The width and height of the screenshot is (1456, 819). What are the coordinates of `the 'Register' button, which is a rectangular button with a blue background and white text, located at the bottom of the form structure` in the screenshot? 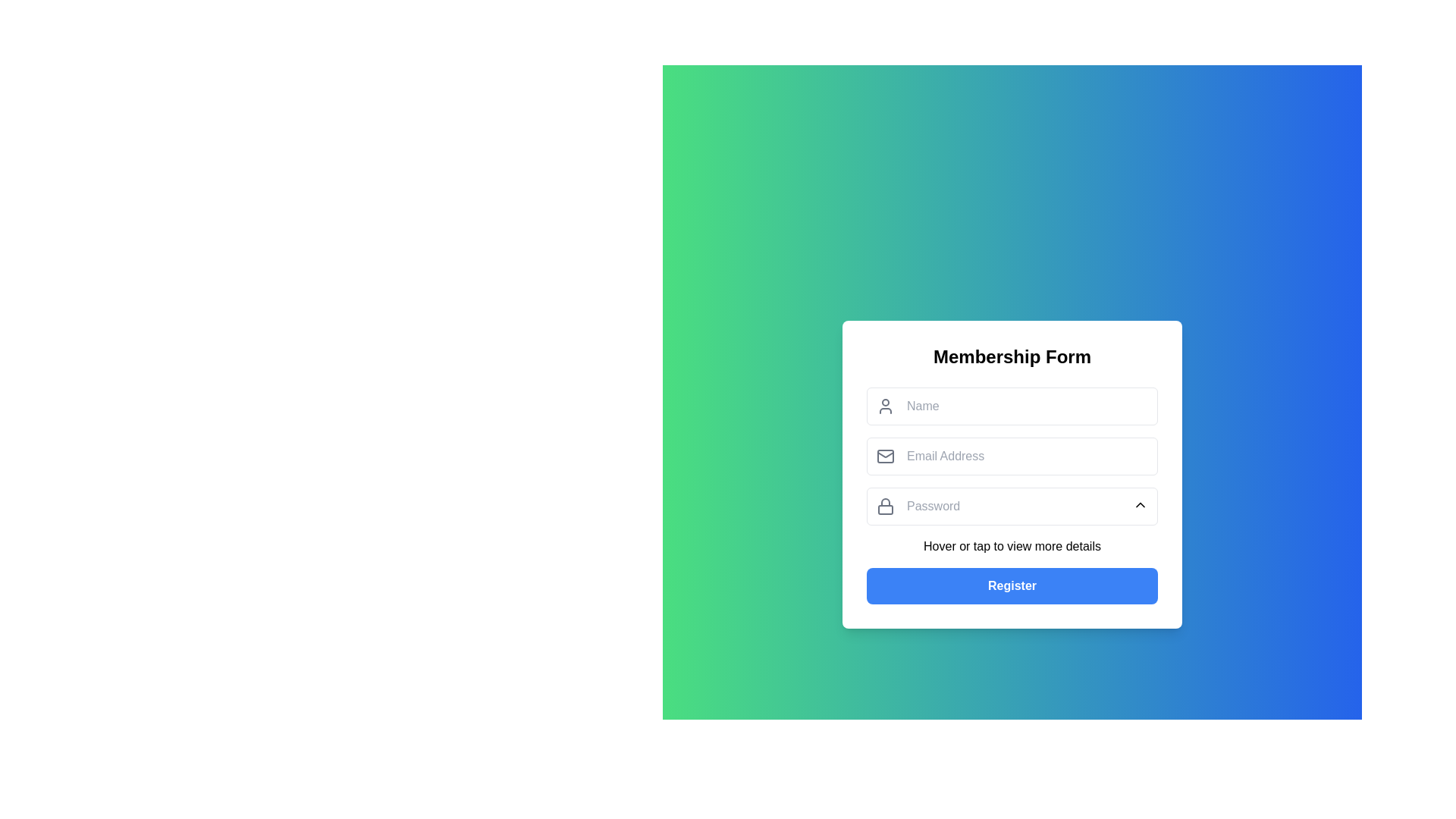 It's located at (1012, 585).